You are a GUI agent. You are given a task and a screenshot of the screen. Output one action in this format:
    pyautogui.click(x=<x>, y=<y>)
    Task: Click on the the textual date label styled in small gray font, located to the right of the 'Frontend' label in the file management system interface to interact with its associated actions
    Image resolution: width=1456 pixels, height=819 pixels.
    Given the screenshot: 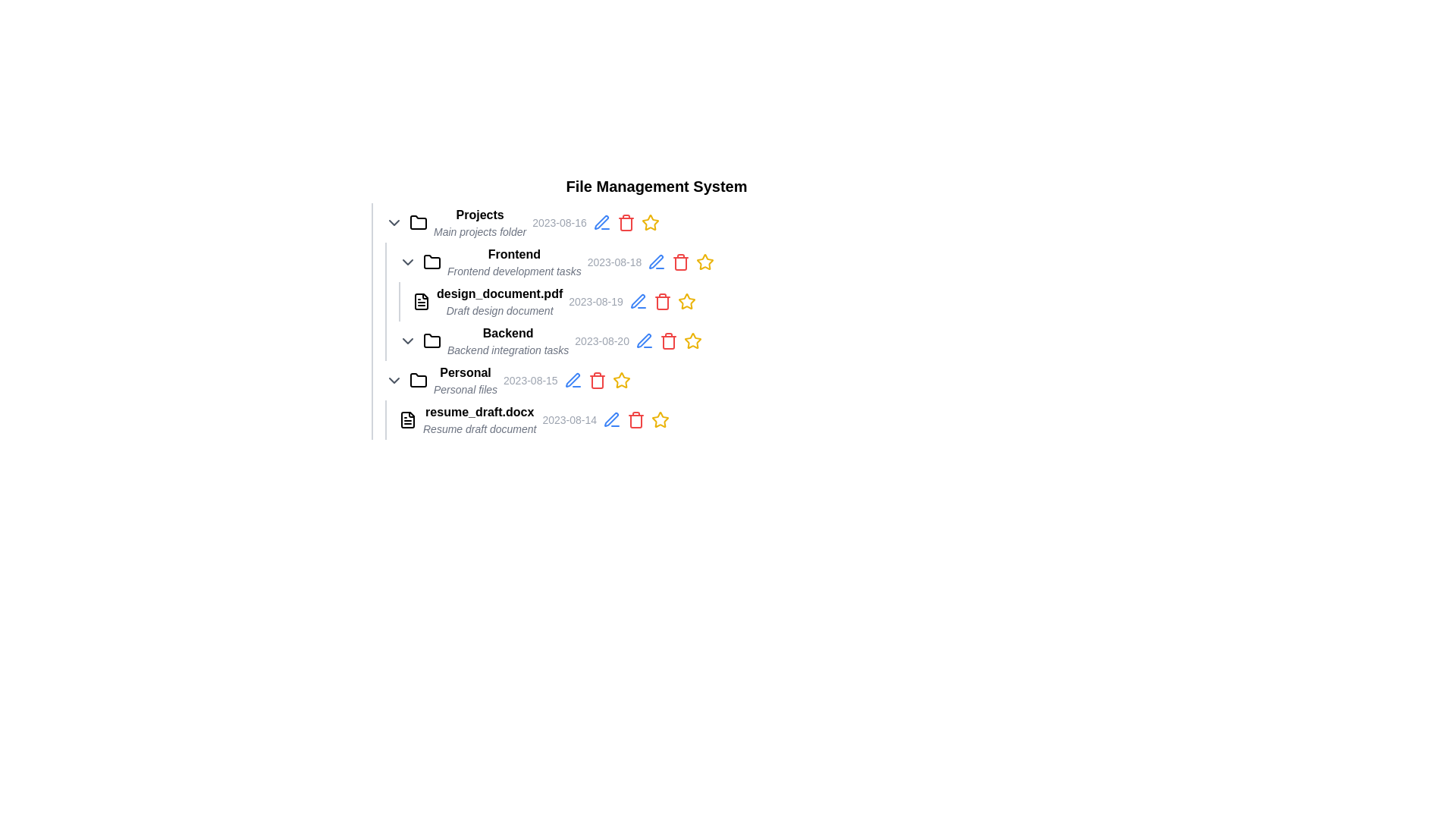 What is the action you would take?
    pyautogui.click(x=614, y=262)
    